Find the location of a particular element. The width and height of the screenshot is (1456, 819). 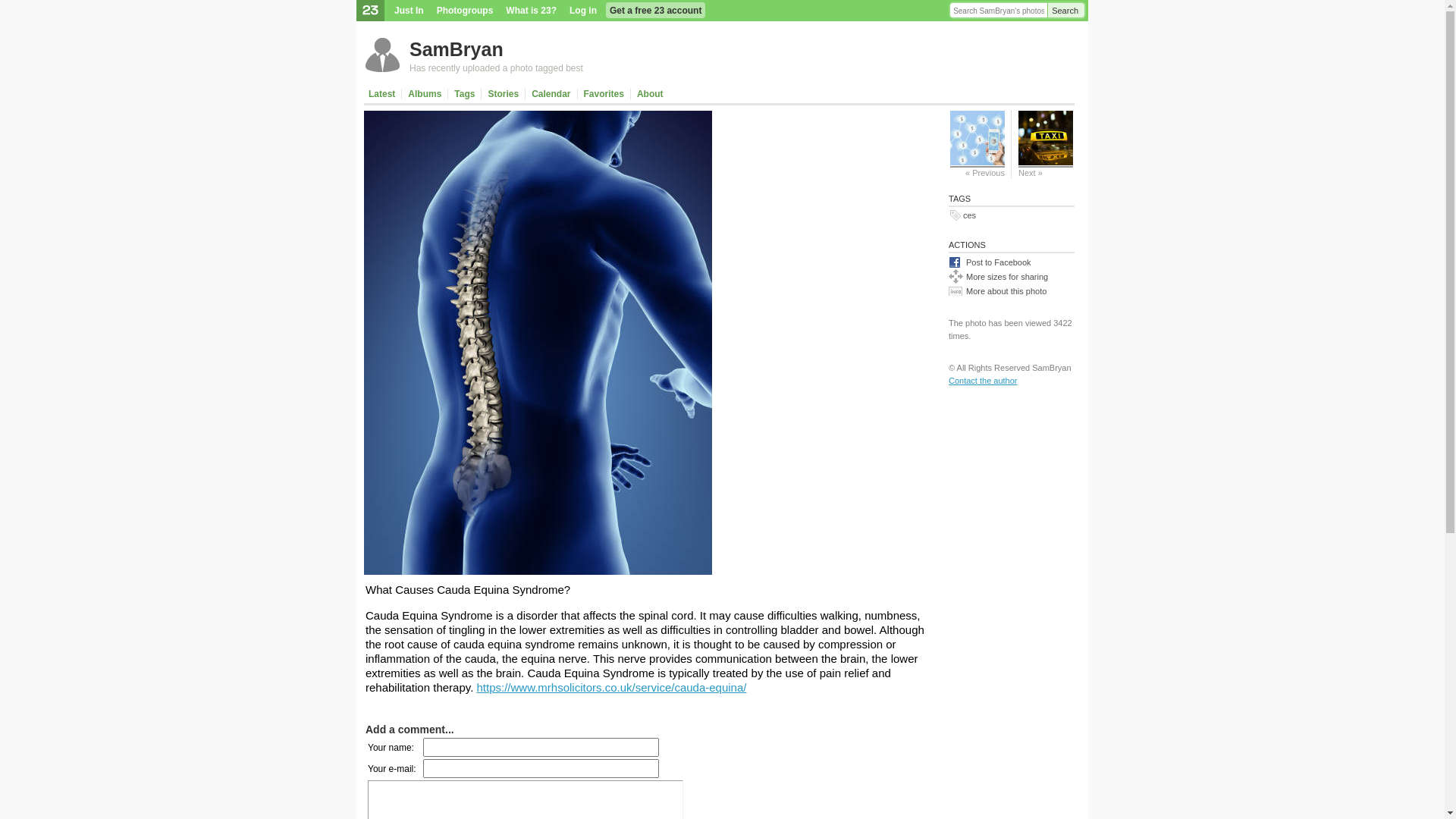

'Tags' is located at coordinates (464, 93).